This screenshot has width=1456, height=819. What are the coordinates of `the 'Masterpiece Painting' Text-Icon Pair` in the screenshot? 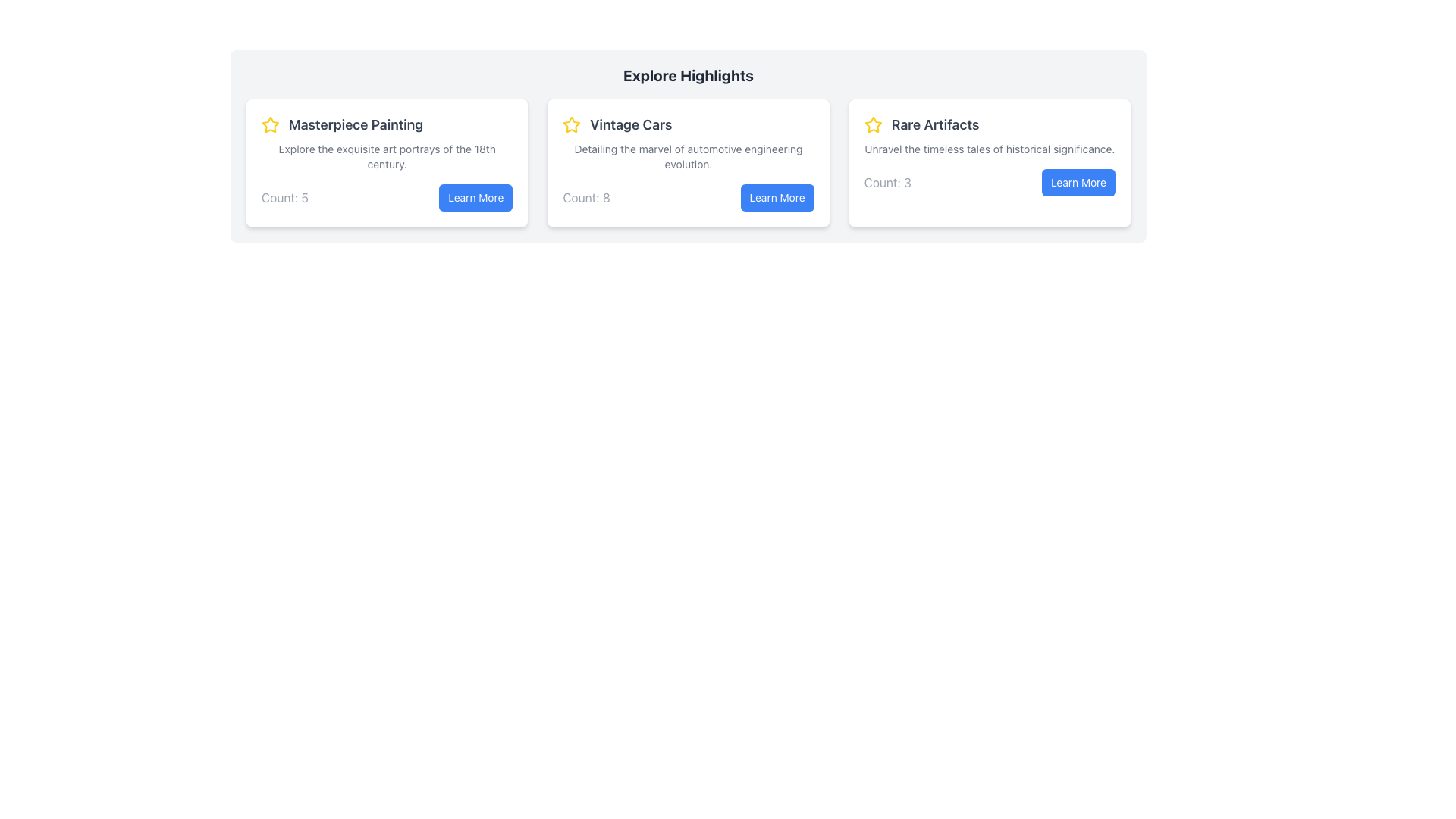 It's located at (387, 124).